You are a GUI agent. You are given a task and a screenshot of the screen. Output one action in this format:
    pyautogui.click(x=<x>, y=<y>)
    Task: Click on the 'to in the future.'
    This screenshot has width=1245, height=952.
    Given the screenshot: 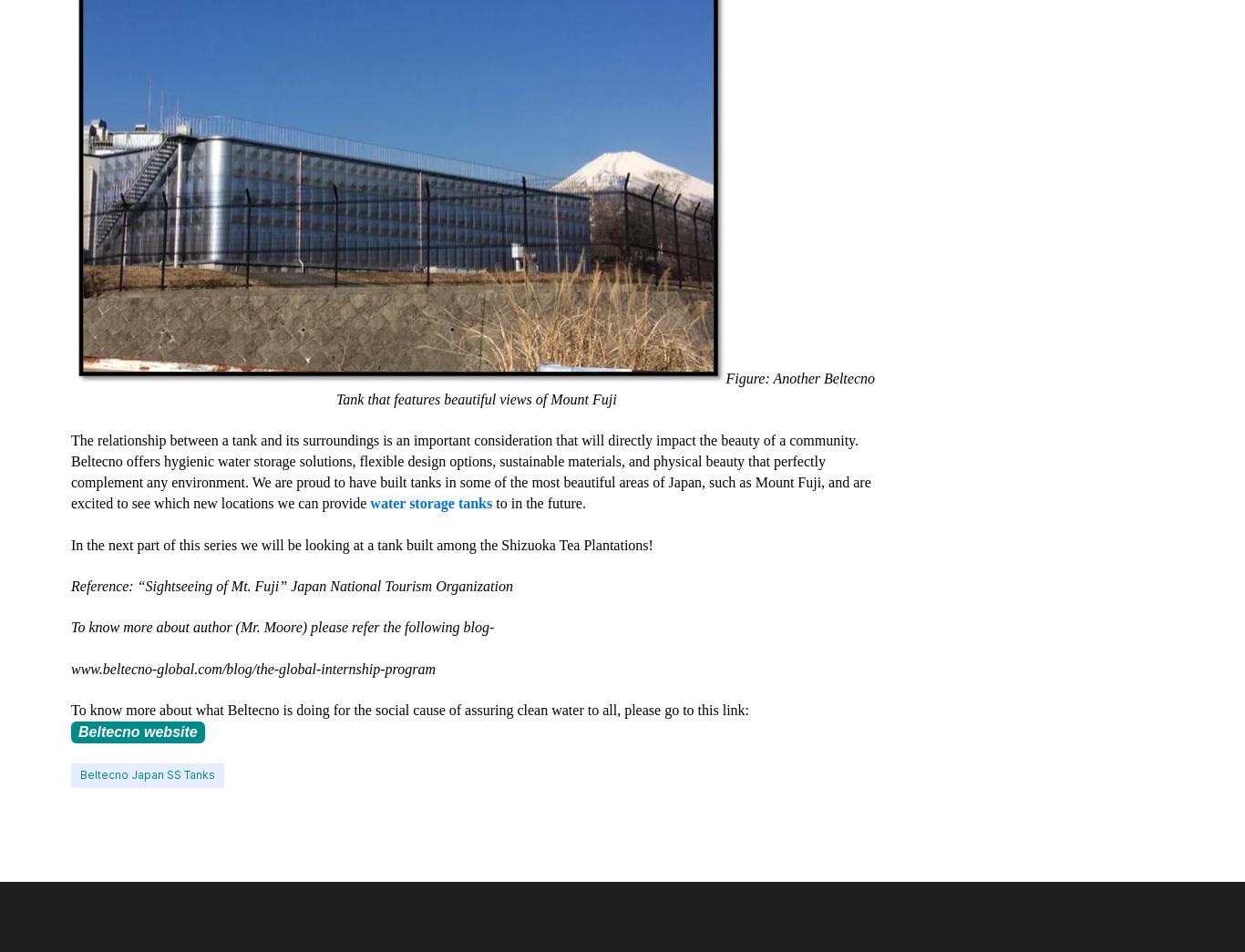 What is the action you would take?
    pyautogui.click(x=538, y=503)
    